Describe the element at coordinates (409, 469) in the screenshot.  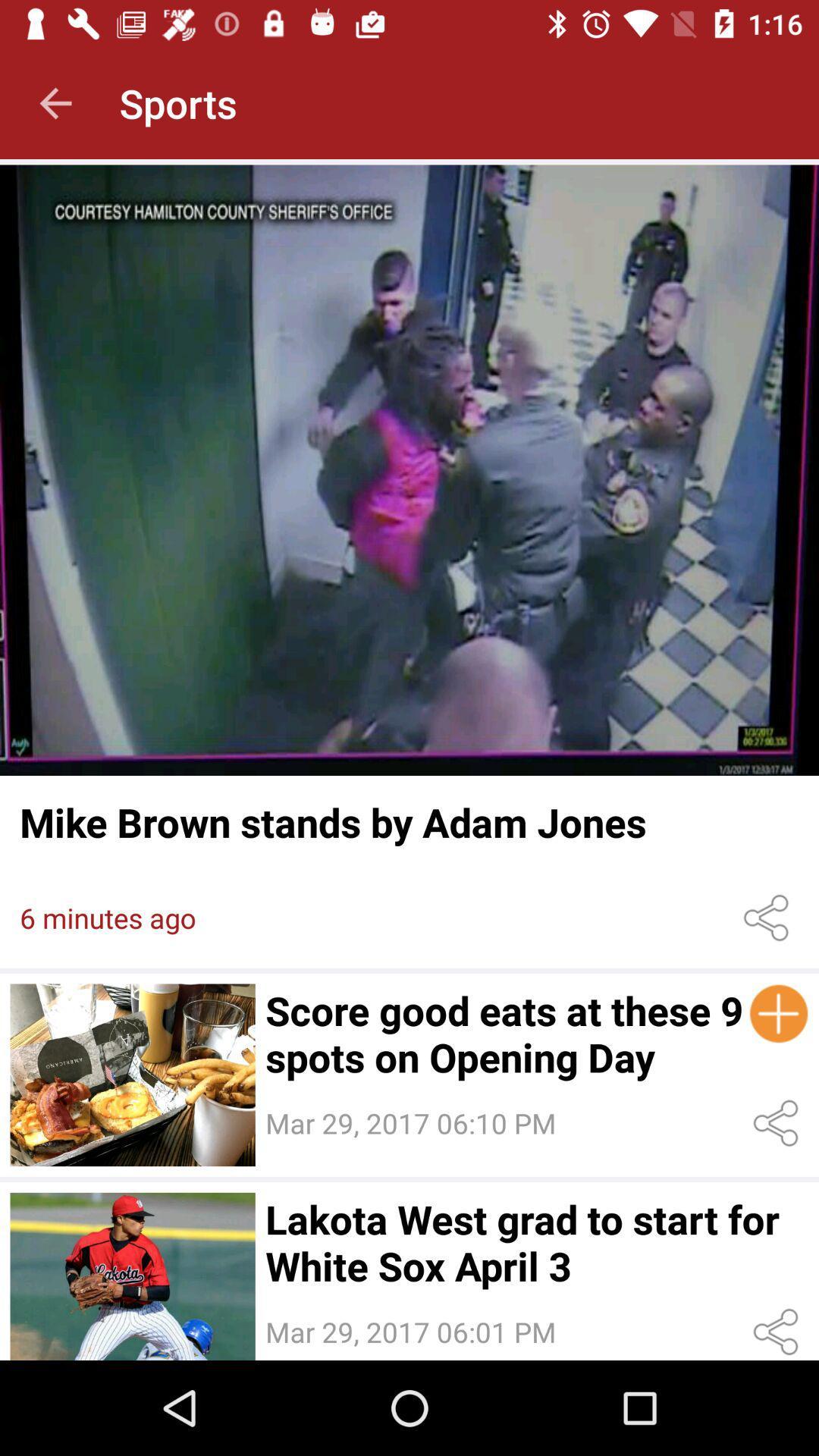
I see `open article` at that location.